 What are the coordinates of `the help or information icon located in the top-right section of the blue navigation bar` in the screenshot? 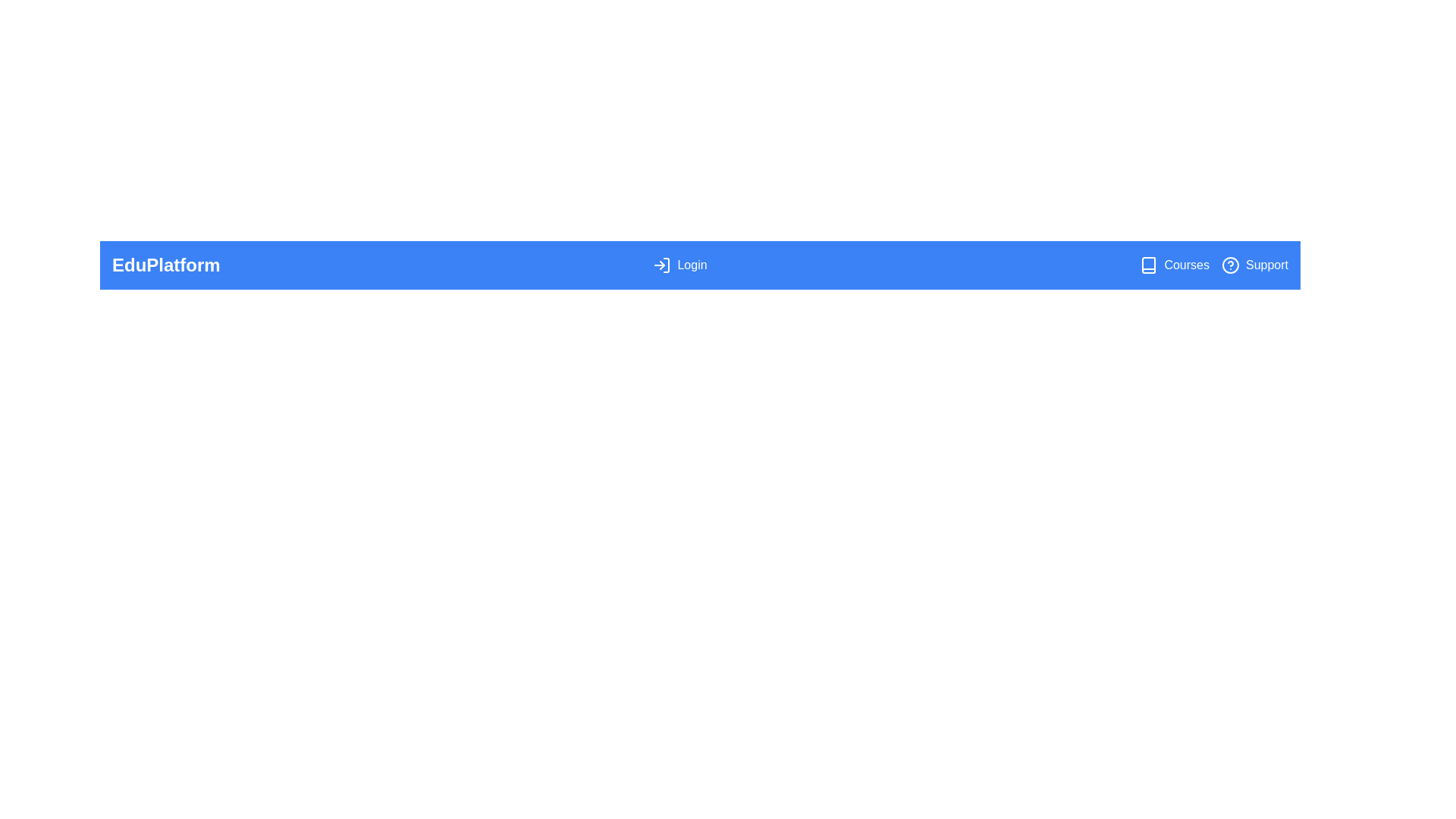 It's located at (1230, 265).